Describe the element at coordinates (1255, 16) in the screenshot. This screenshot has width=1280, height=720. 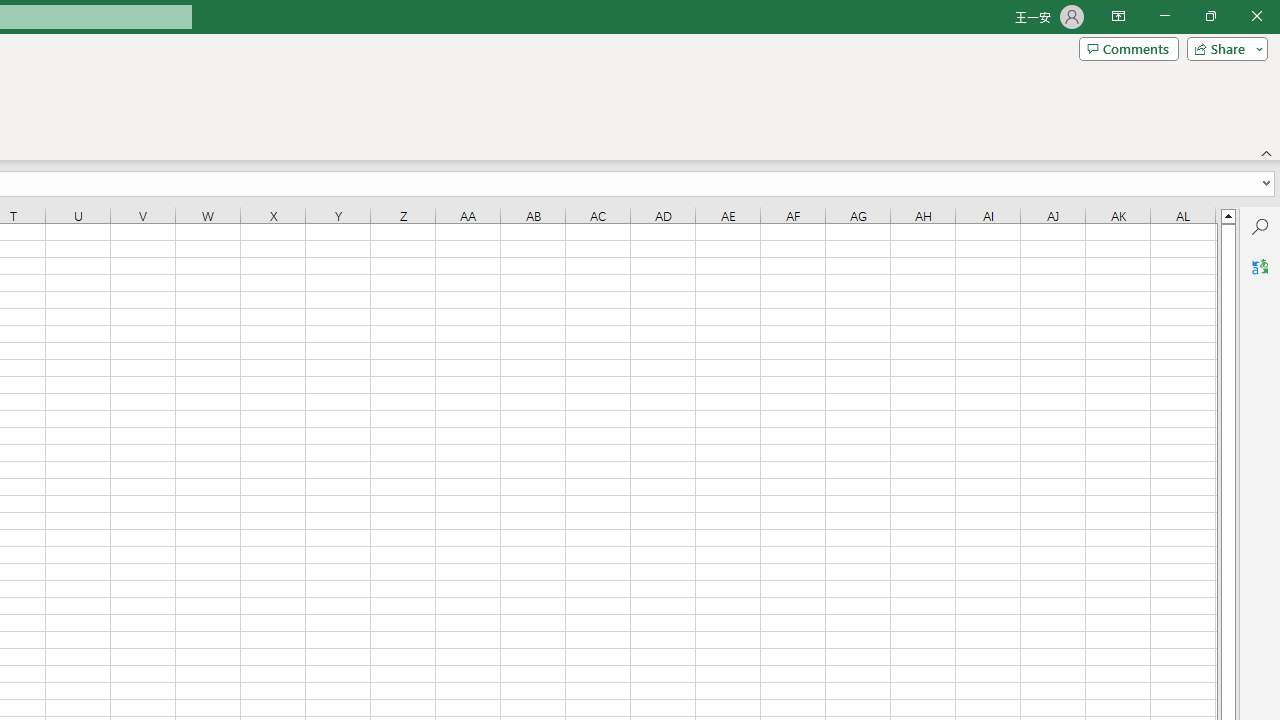
I see `'Close'` at that location.